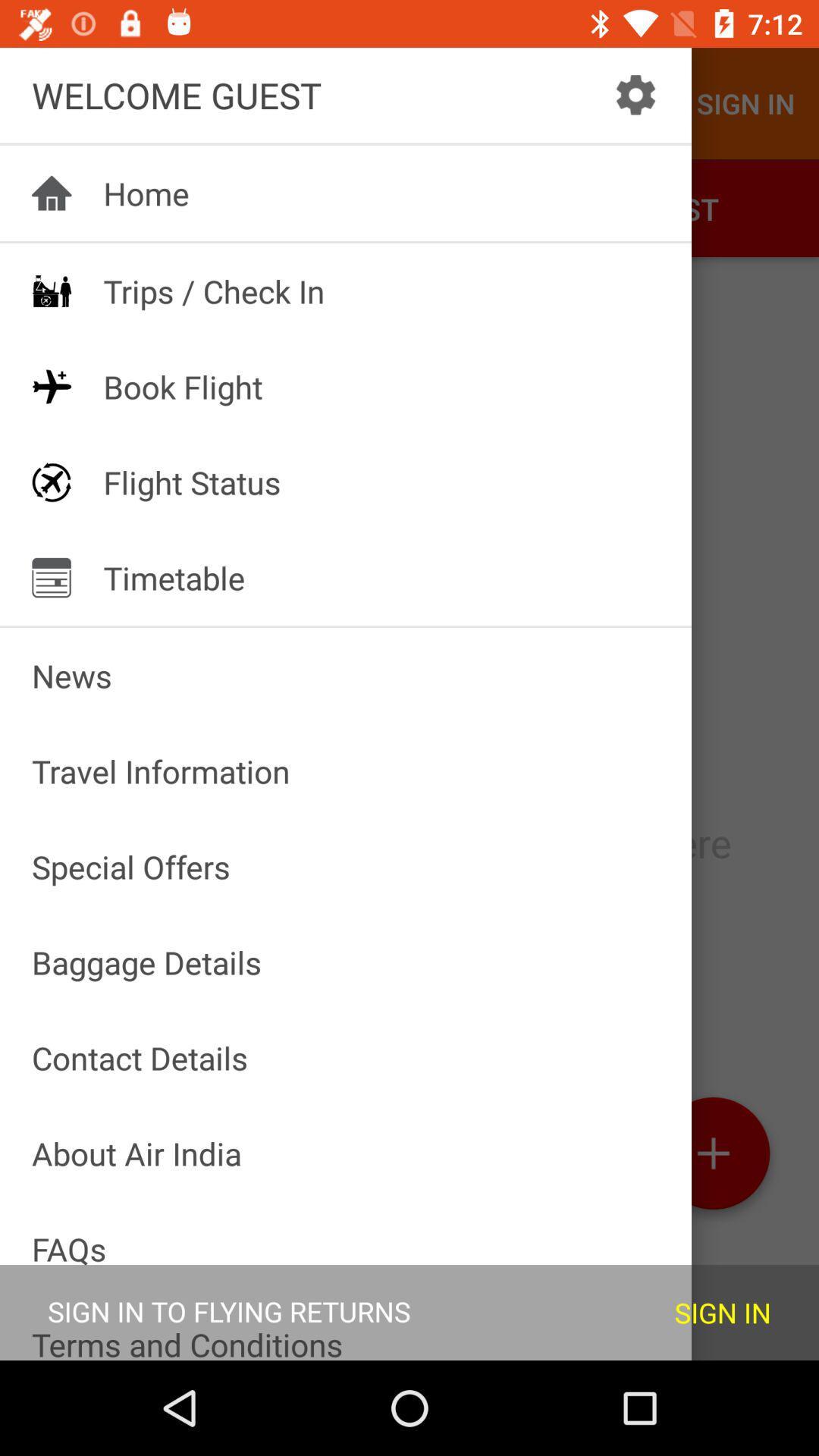 The image size is (819, 1456). Describe the element at coordinates (713, 1158) in the screenshot. I see `the add icon` at that location.